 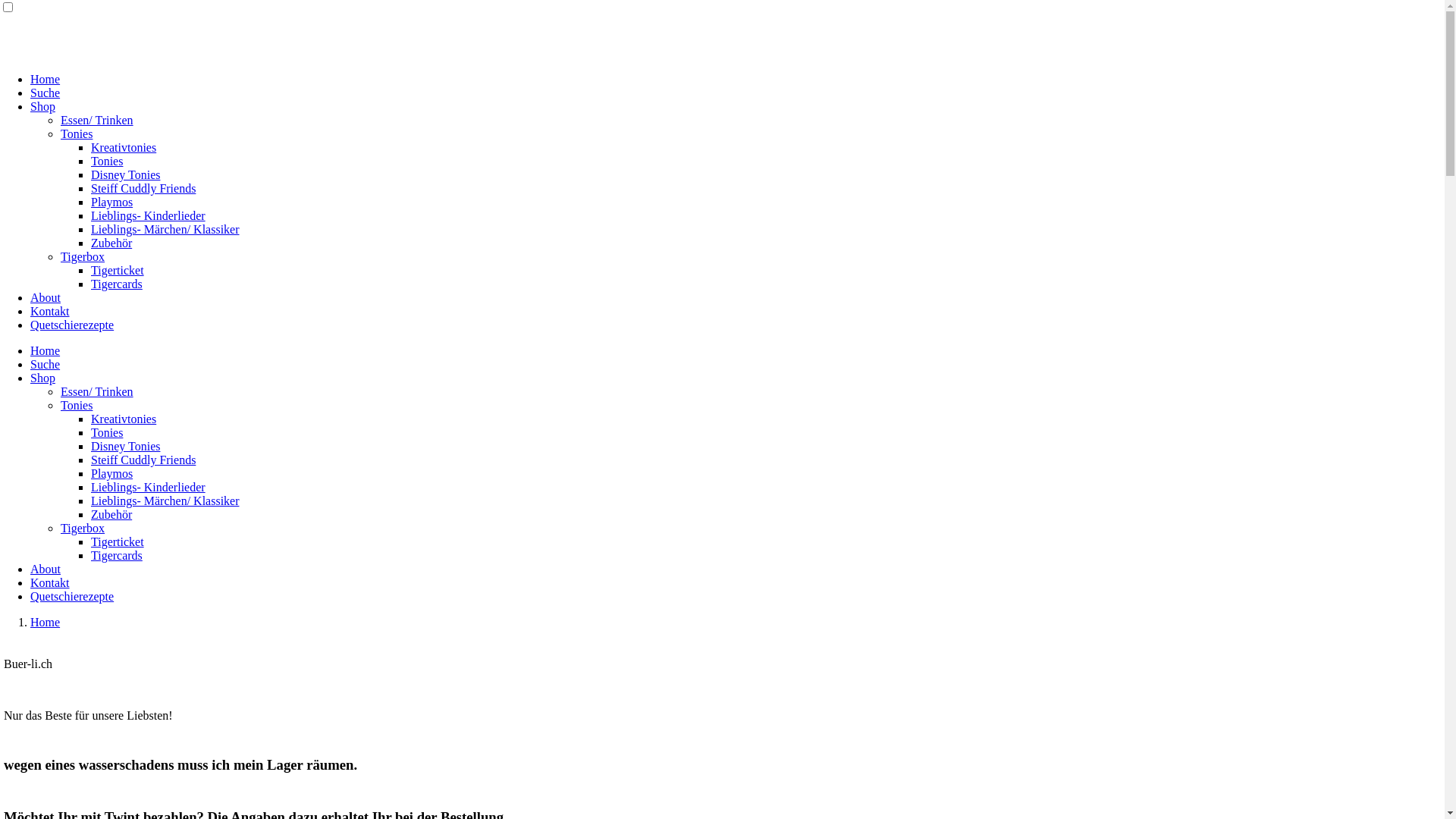 I want to click on 'Quetschierezepte', so click(x=71, y=595).